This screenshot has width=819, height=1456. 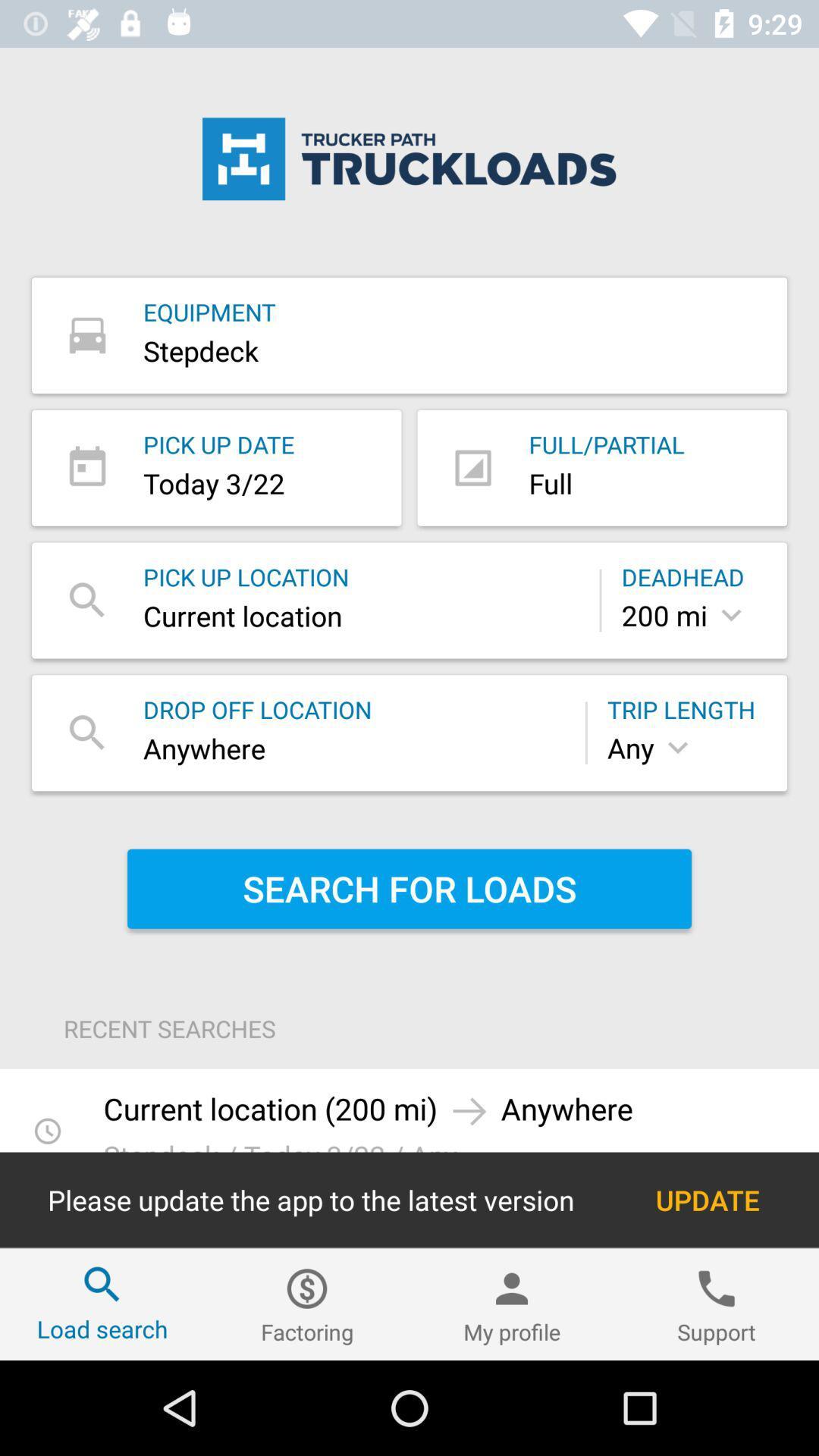 I want to click on my profile item, so click(x=512, y=1304).